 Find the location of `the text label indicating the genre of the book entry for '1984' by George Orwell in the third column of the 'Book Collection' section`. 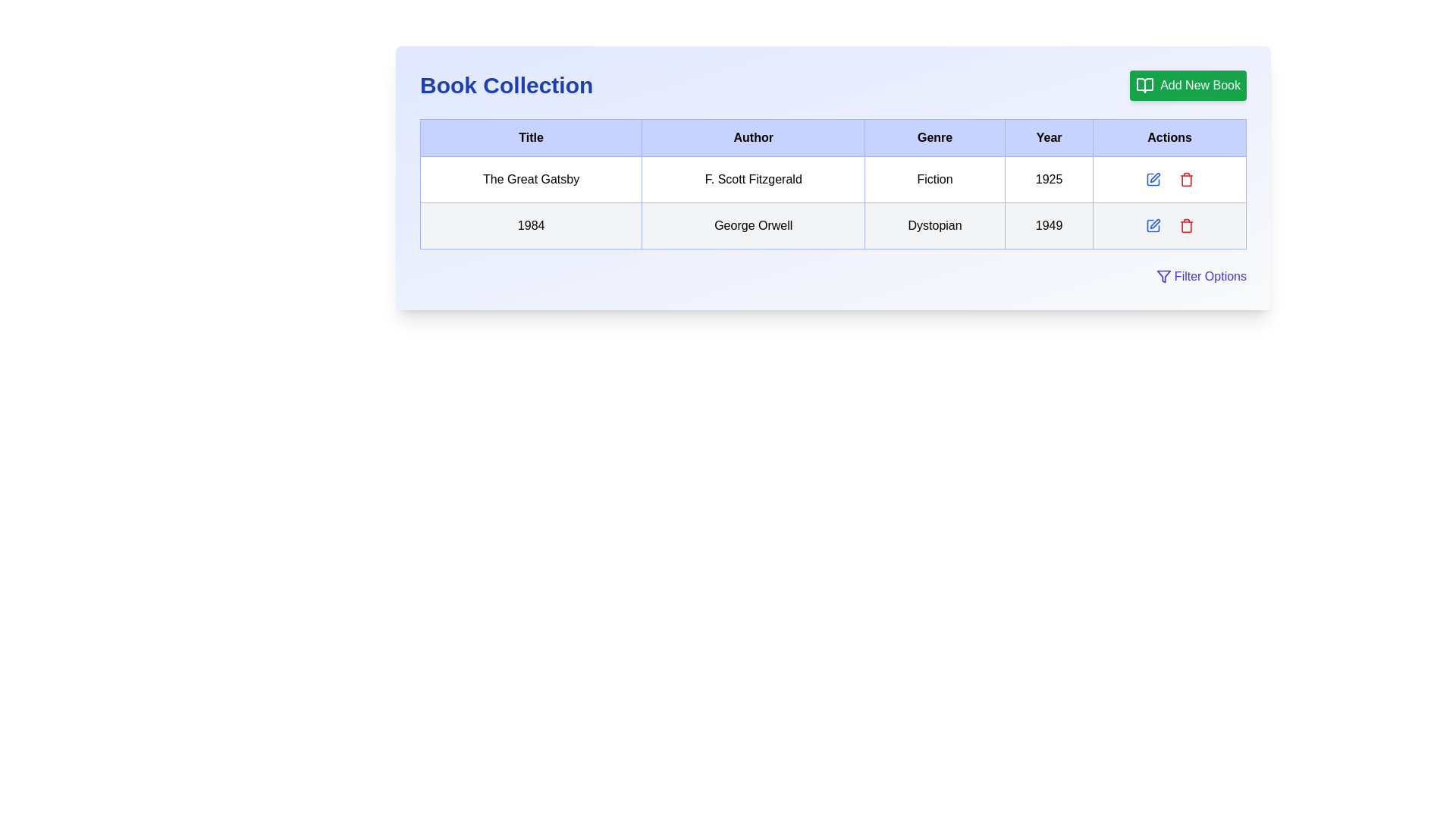

the text label indicating the genre of the book entry for '1984' by George Orwell in the third column of the 'Book Collection' section is located at coordinates (934, 225).